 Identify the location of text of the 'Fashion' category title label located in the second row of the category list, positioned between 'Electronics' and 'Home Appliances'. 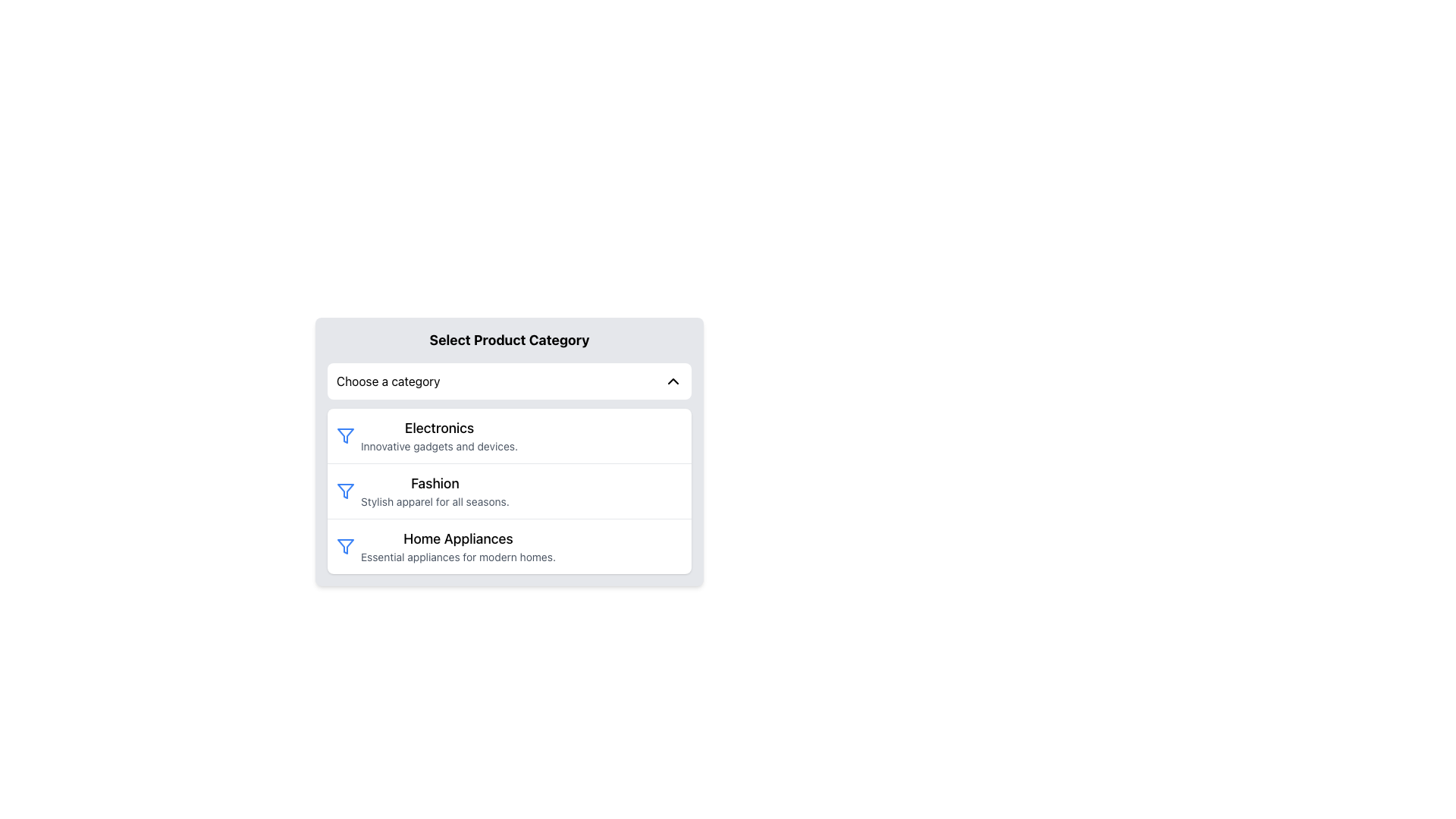
(434, 483).